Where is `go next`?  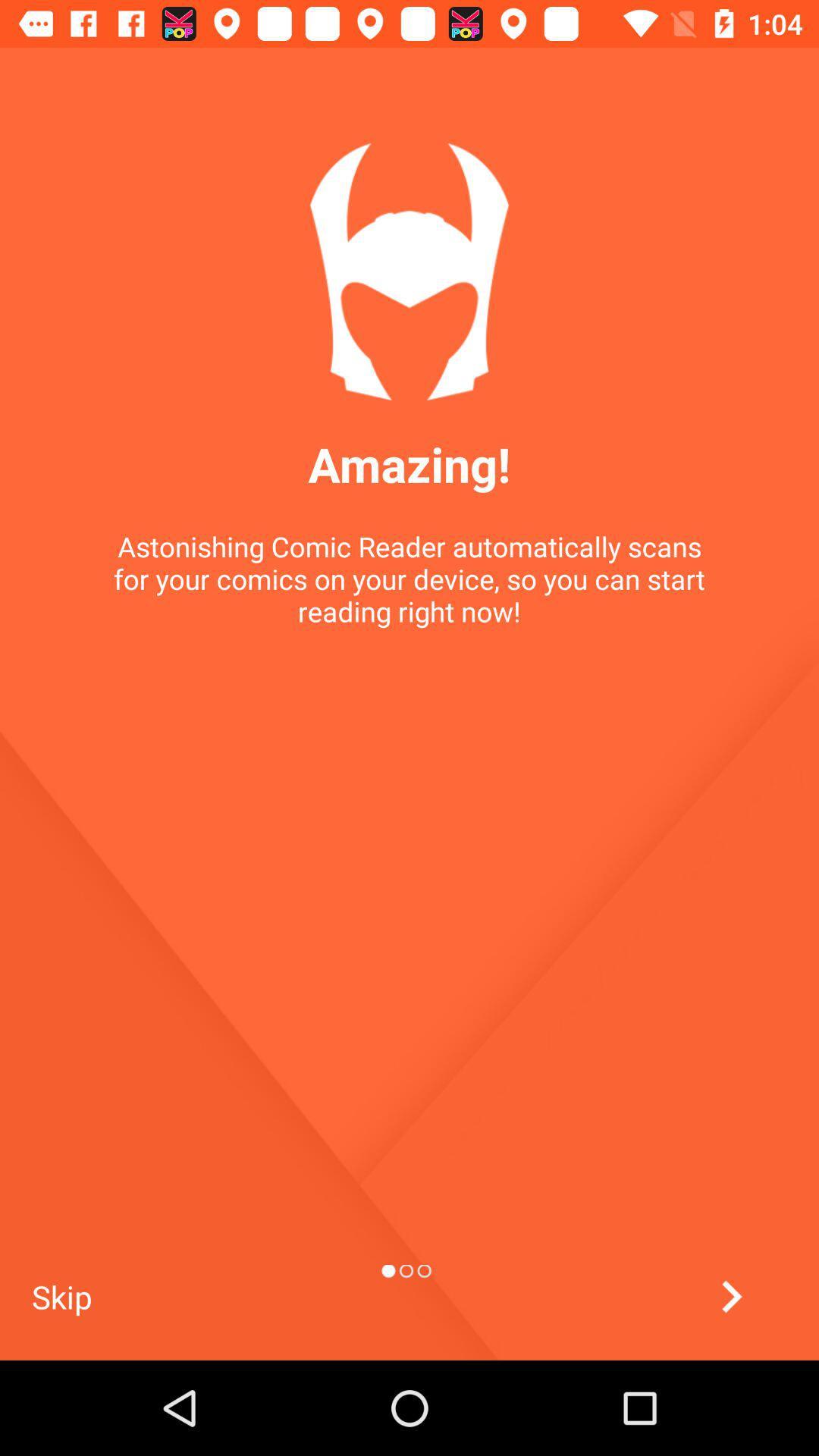
go next is located at coordinates (730, 1295).